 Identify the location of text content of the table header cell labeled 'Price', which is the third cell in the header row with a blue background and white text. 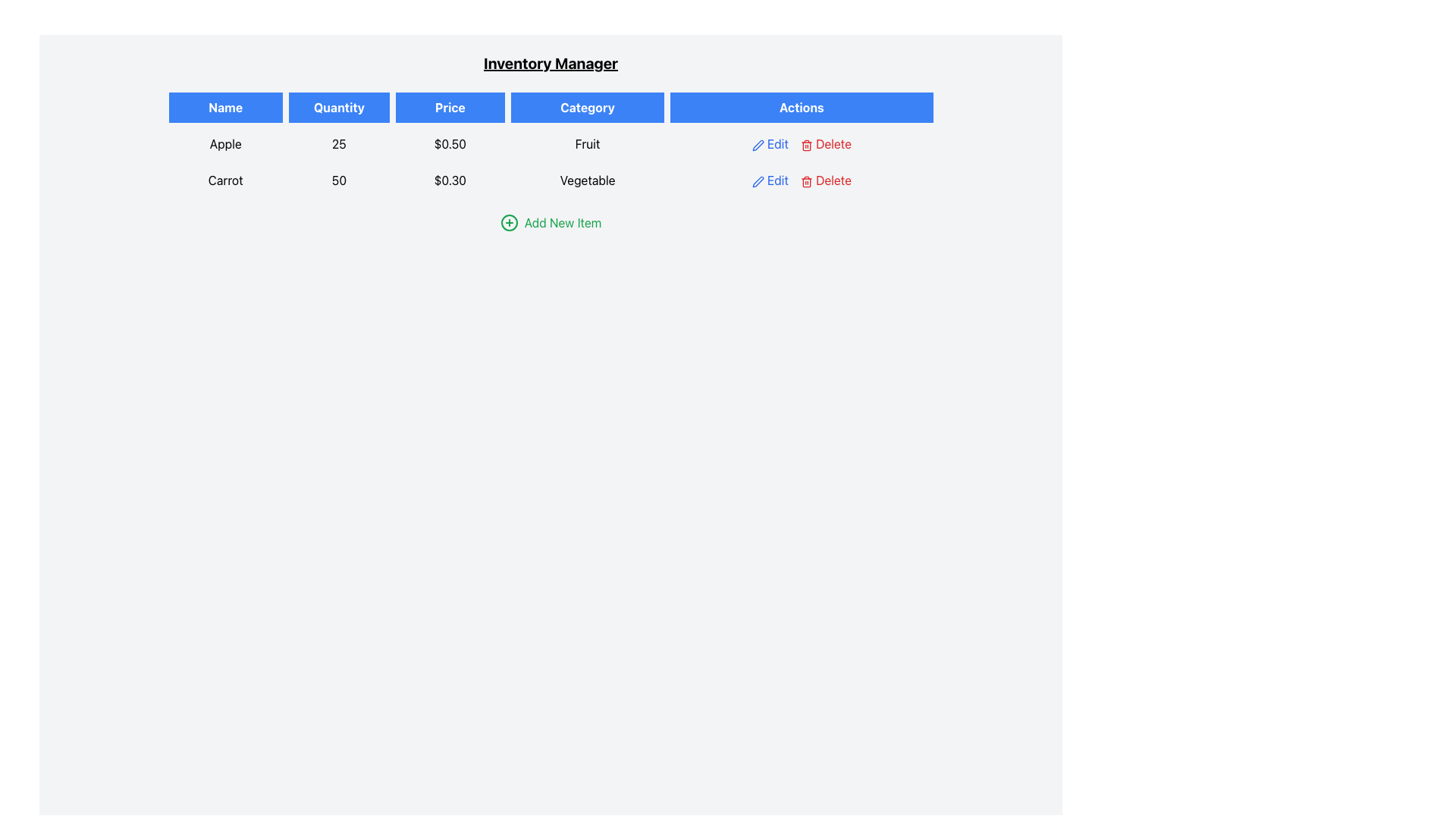
(449, 107).